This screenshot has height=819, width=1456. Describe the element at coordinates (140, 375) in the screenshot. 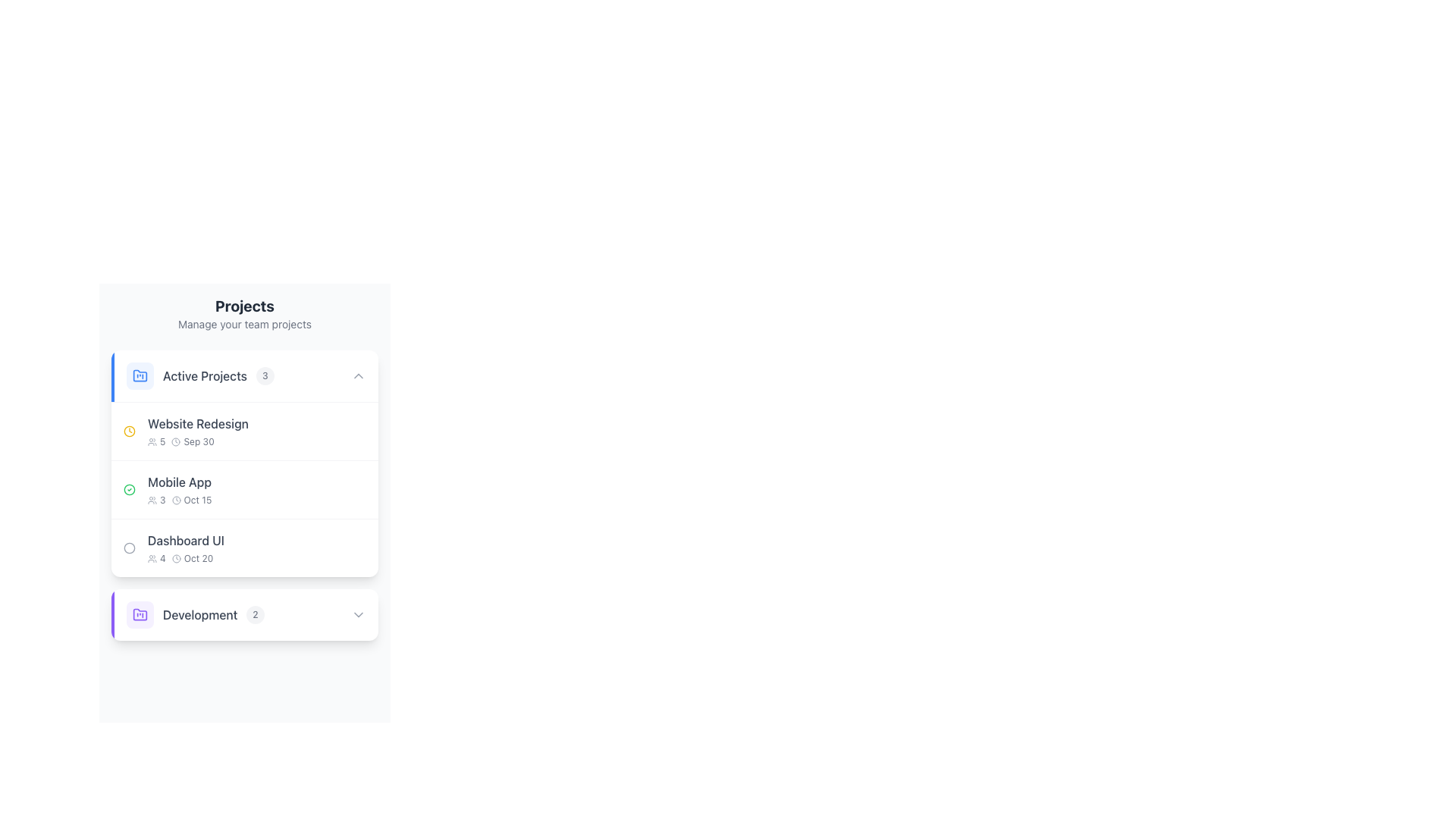

I see `the appearance of the rounded, blue-highlighted kanban folder icon located to the left of the 'Active Projects' header` at that location.